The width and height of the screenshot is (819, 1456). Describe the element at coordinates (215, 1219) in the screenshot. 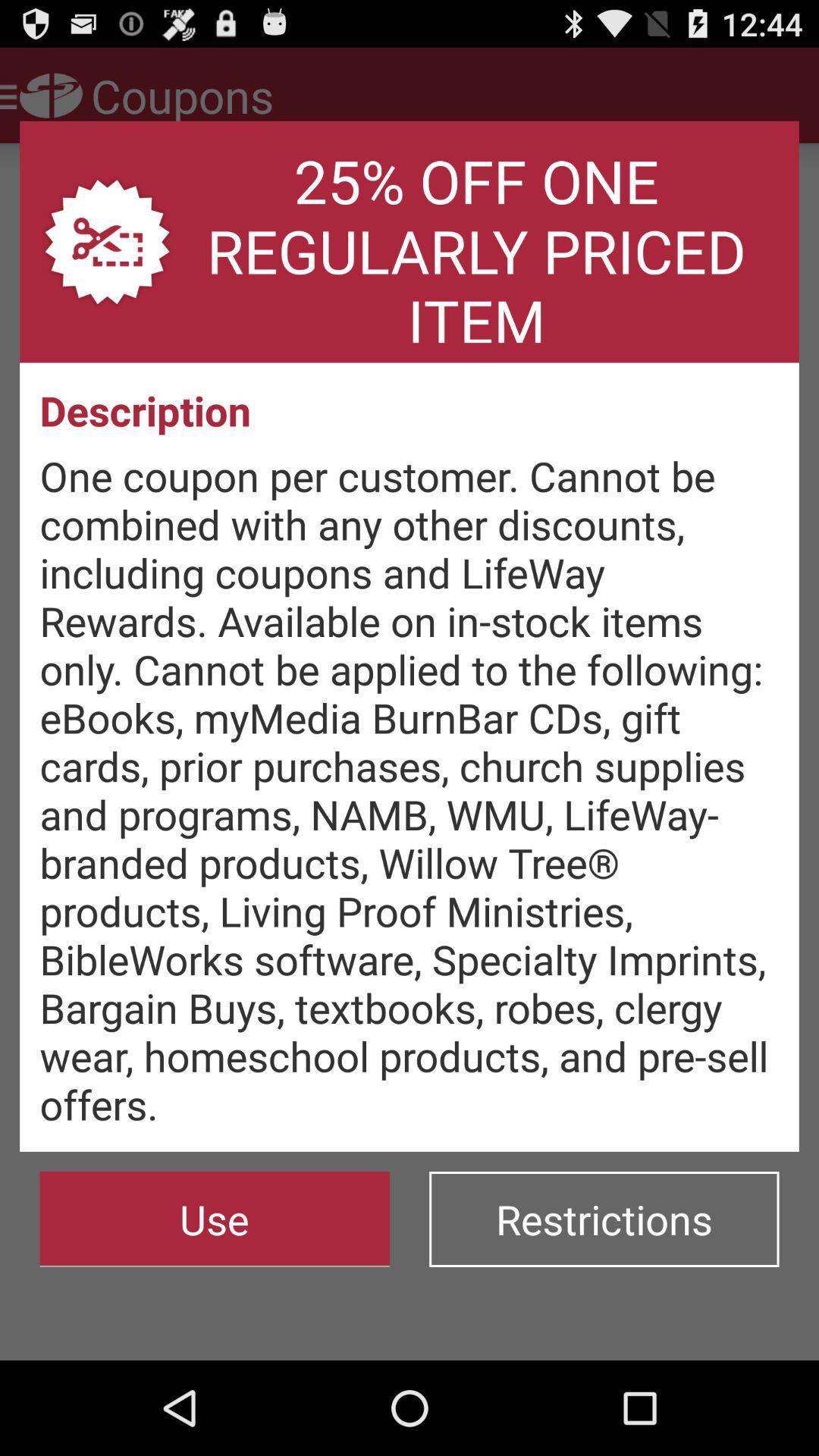

I see `use` at that location.